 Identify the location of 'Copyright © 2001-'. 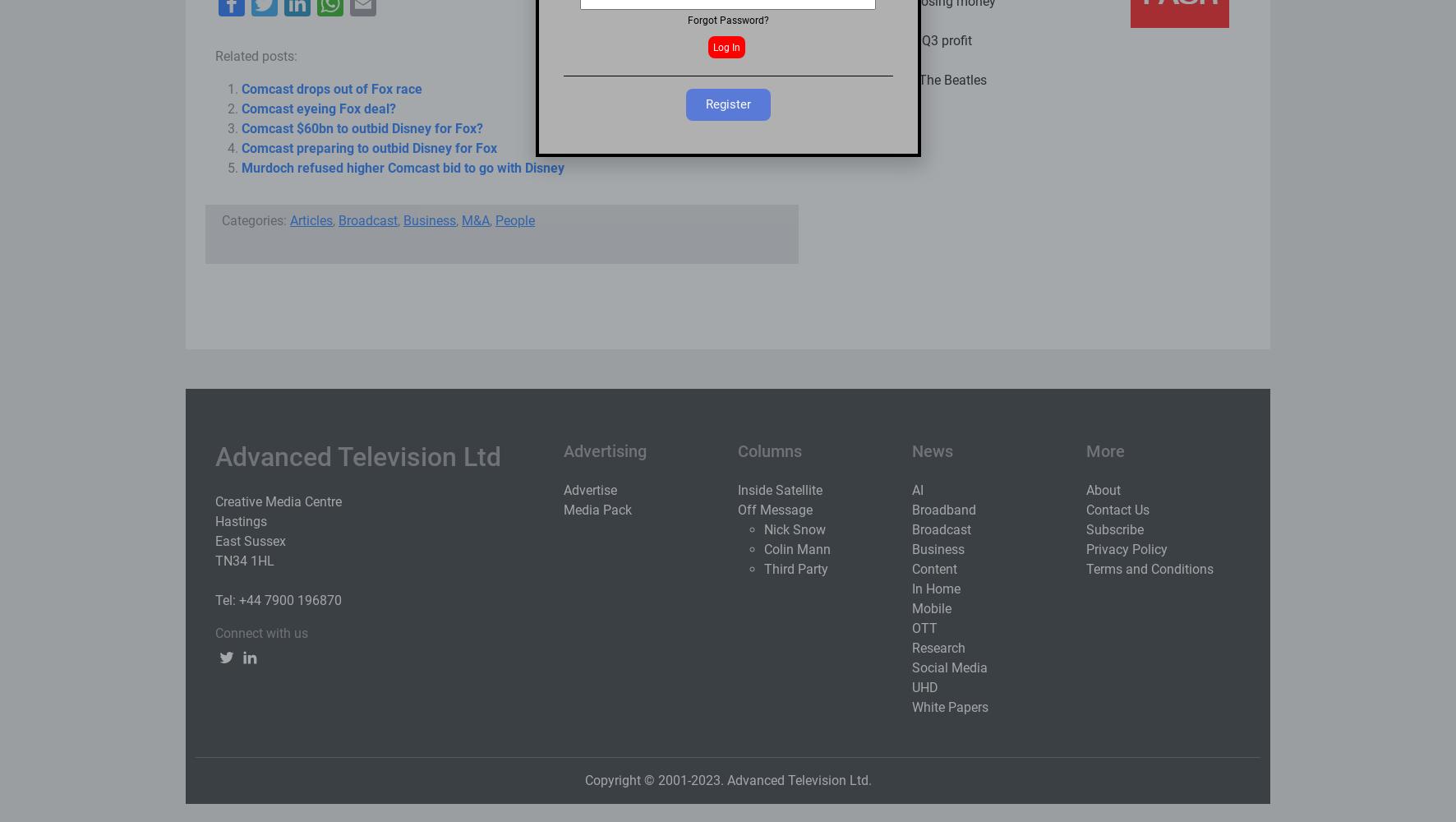
(636, 778).